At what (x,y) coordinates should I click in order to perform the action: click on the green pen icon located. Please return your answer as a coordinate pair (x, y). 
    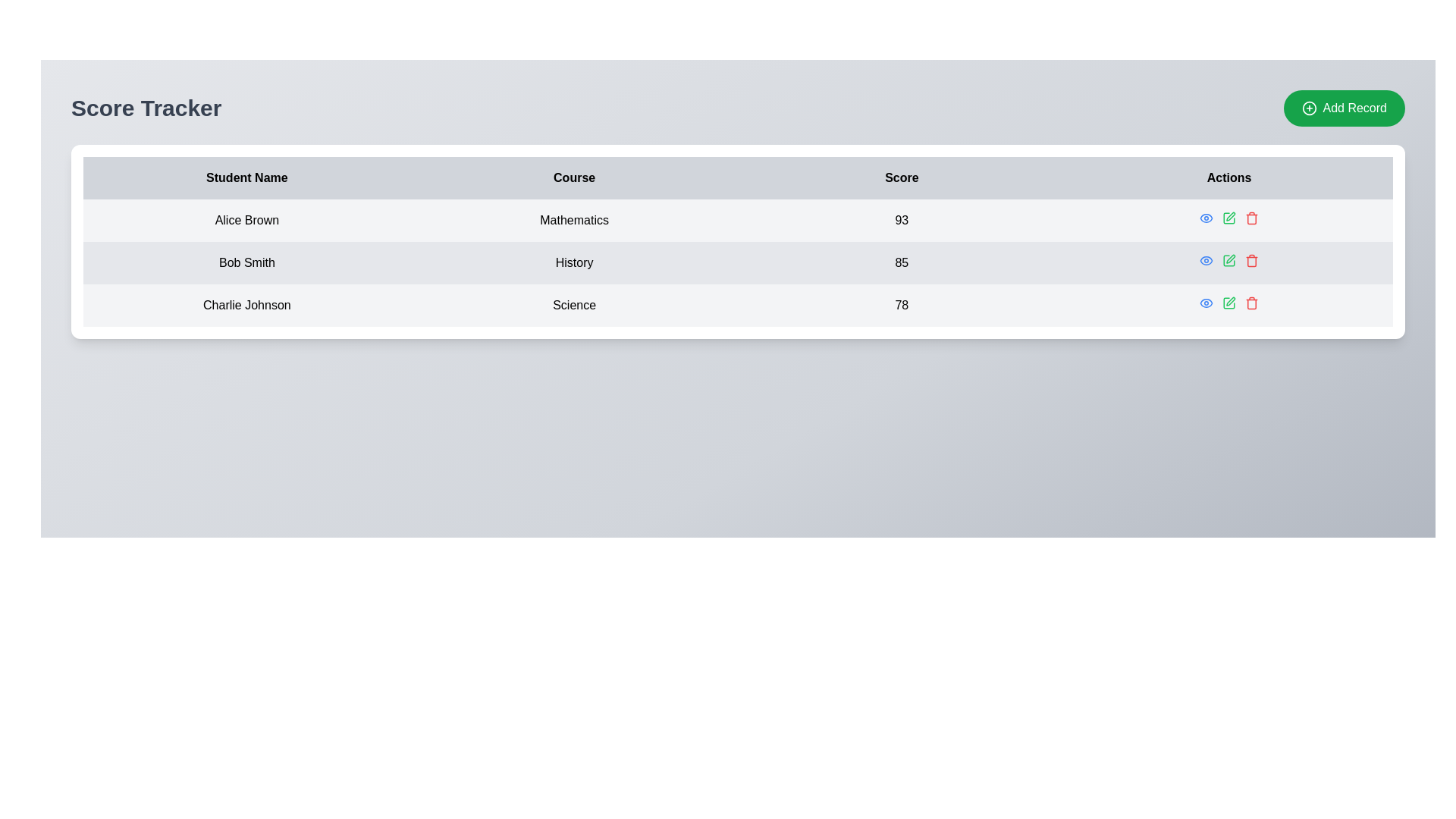
    Looking at the image, I should click on (1229, 303).